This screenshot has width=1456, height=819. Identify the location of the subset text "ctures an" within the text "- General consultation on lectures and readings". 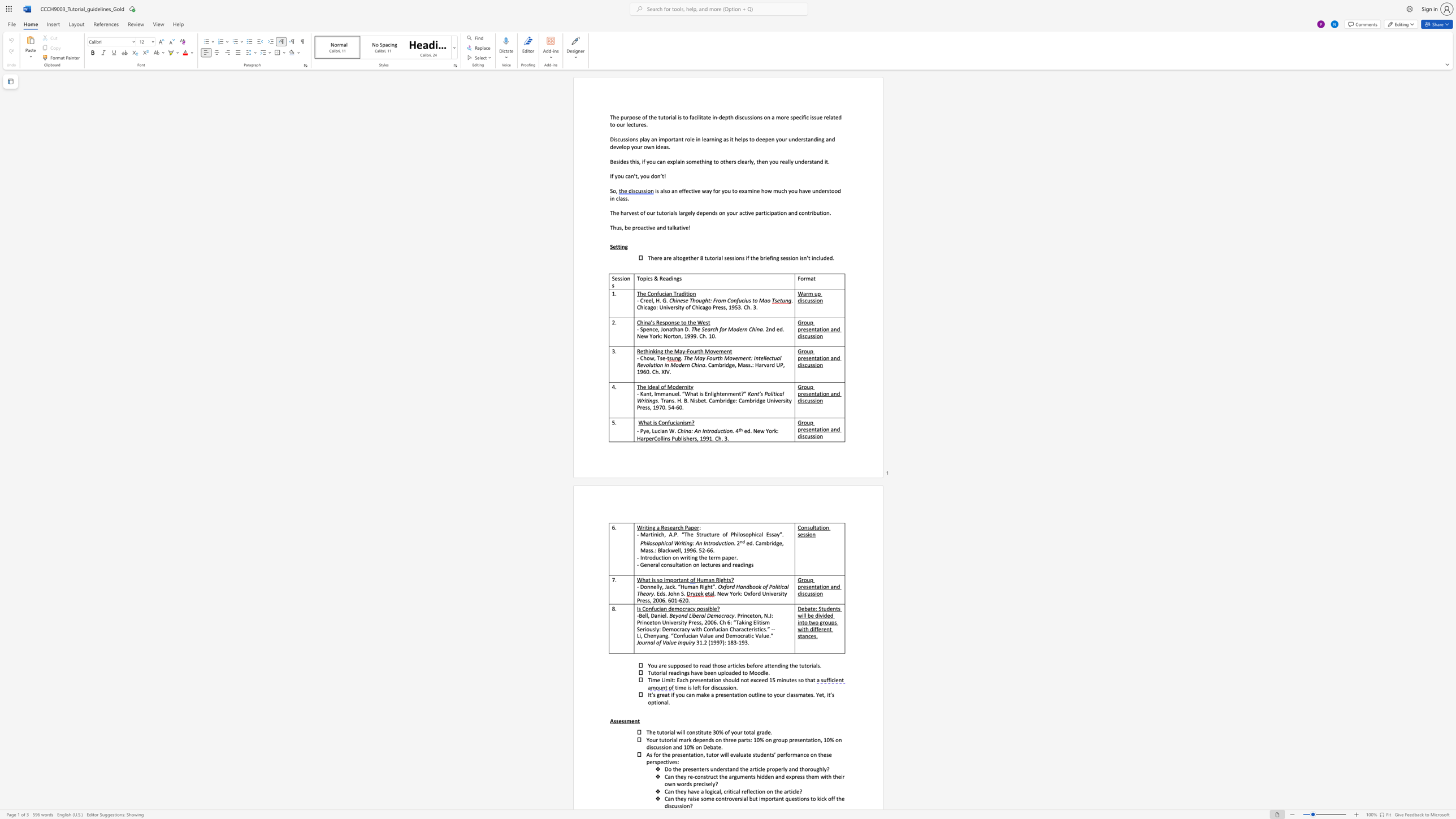
(704, 564).